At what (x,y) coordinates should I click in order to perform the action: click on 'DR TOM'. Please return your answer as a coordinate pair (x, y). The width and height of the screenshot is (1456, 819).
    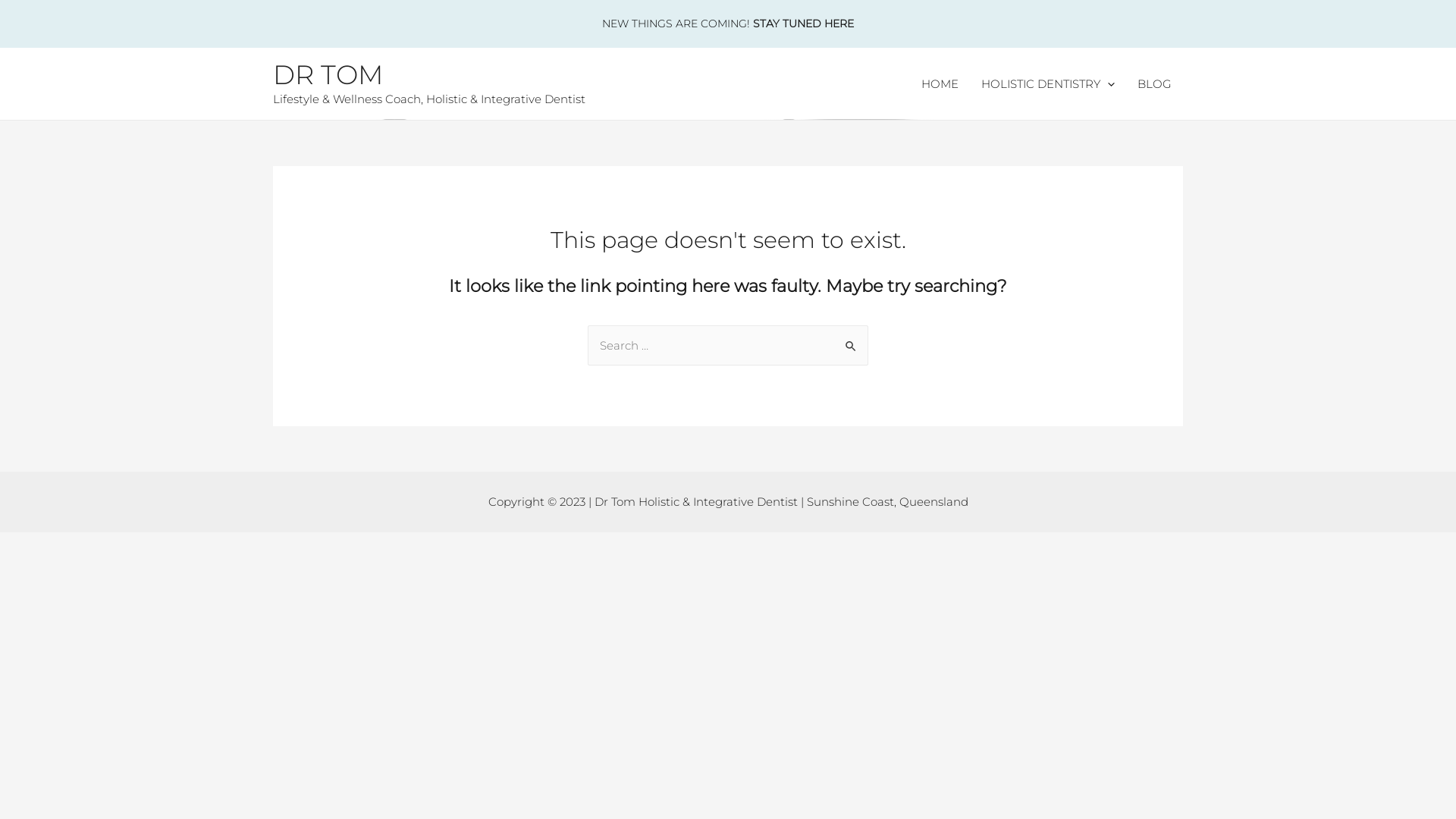
    Looking at the image, I should click on (327, 74).